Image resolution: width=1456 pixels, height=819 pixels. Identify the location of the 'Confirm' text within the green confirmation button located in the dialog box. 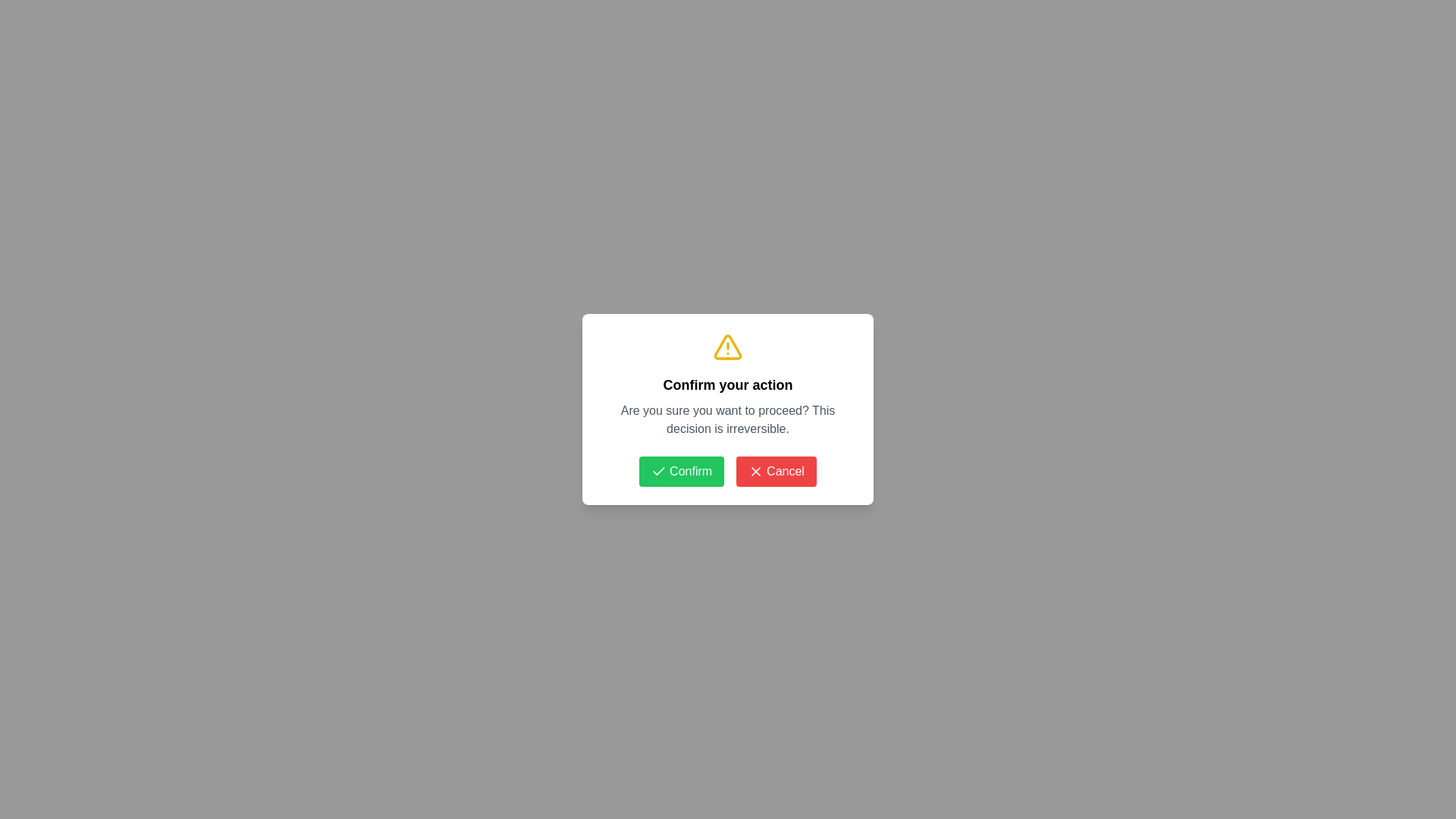
(690, 470).